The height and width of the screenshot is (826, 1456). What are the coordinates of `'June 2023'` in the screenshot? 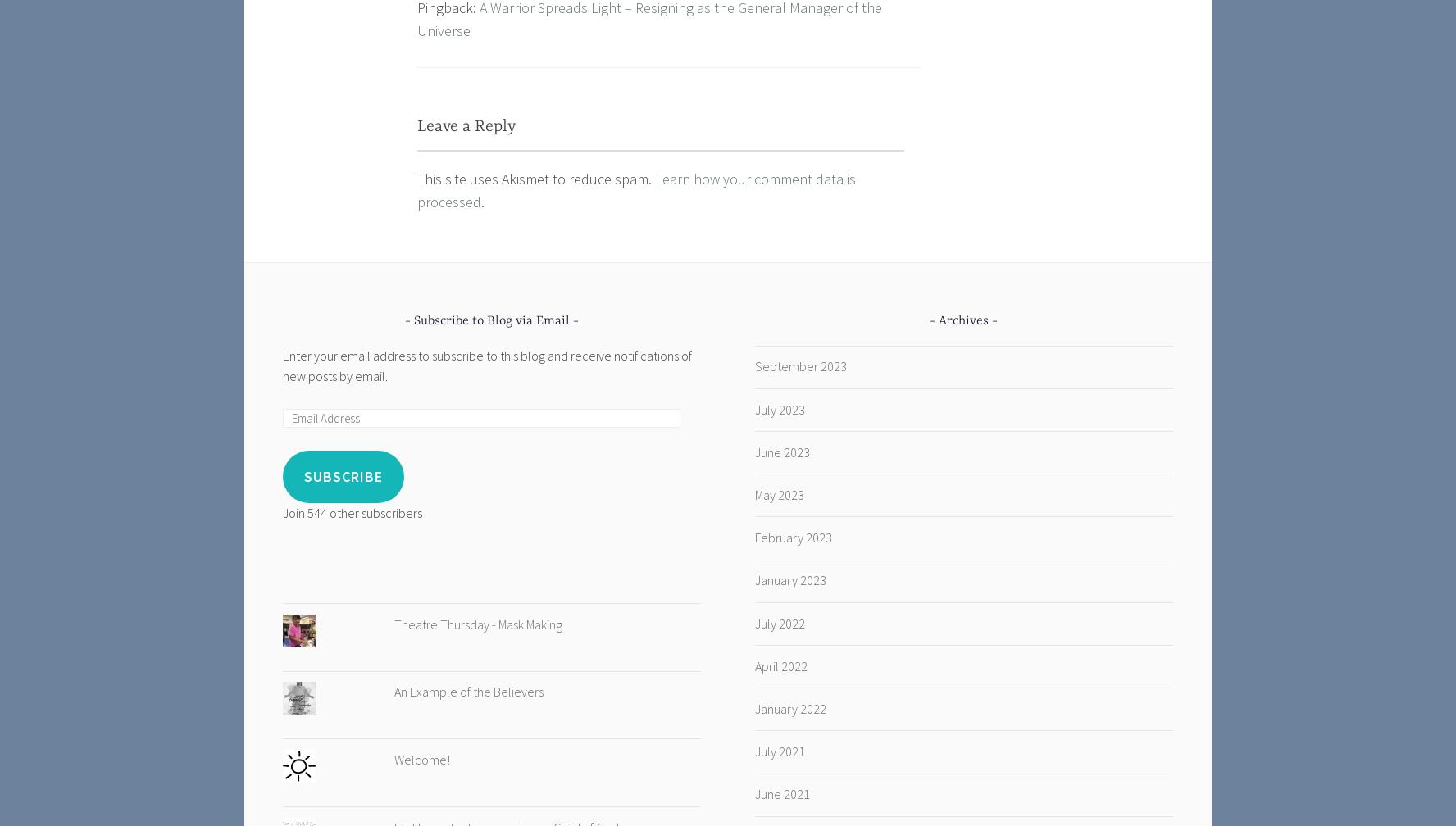 It's located at (753, 451).